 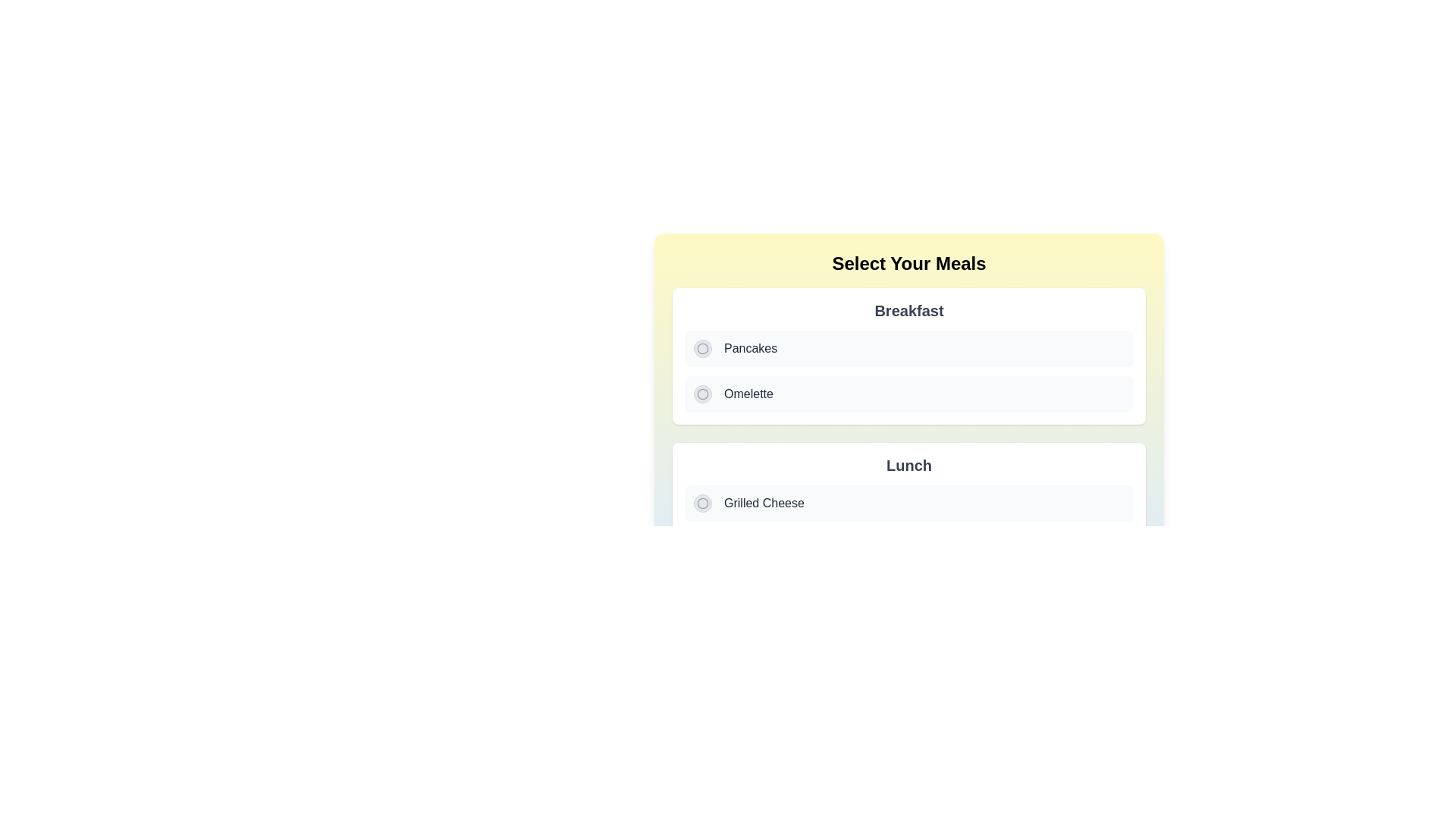 What do you see at coordinates (909, 503) in the screenshot?
I see `the first selectable list item labeled 'Grilled Cheese' in the 'Lunch' section` at bounding box center [909, 503].